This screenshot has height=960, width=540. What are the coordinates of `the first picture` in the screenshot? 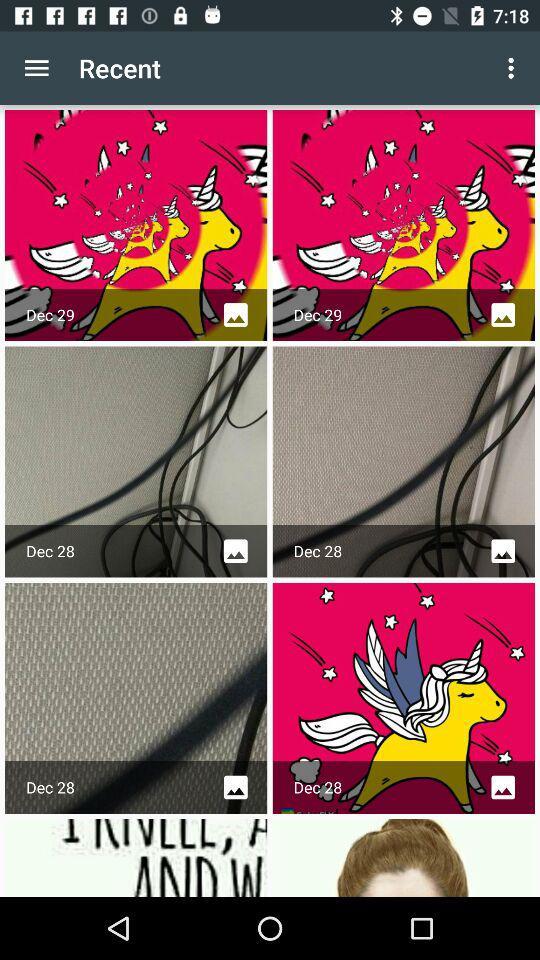 It's located at (135, 225).